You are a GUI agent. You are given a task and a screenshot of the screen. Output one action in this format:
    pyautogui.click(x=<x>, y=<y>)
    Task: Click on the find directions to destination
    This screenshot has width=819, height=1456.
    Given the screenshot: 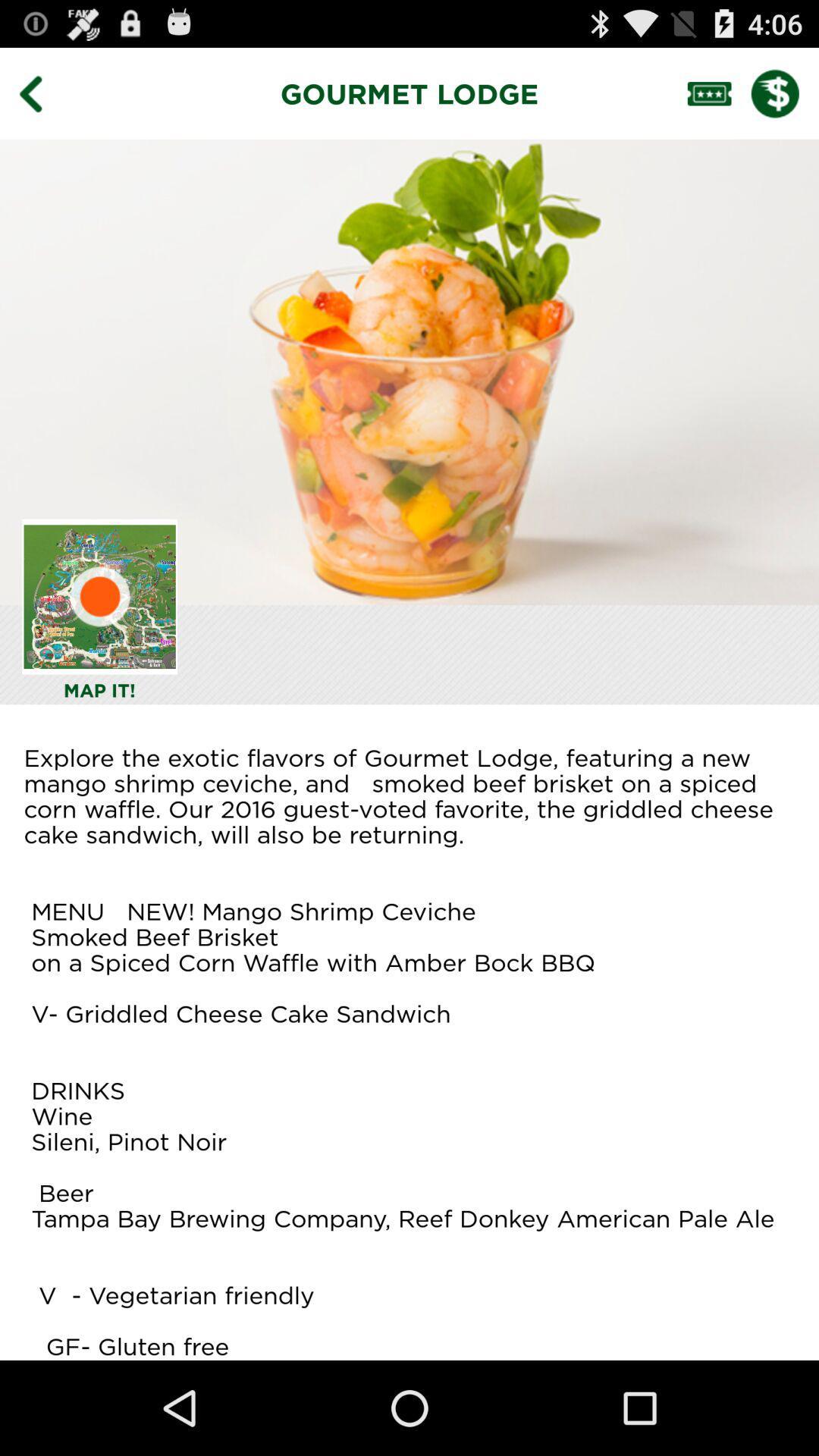 What is the action you would take?
    pyautogui.click(x=99, y=596)
    